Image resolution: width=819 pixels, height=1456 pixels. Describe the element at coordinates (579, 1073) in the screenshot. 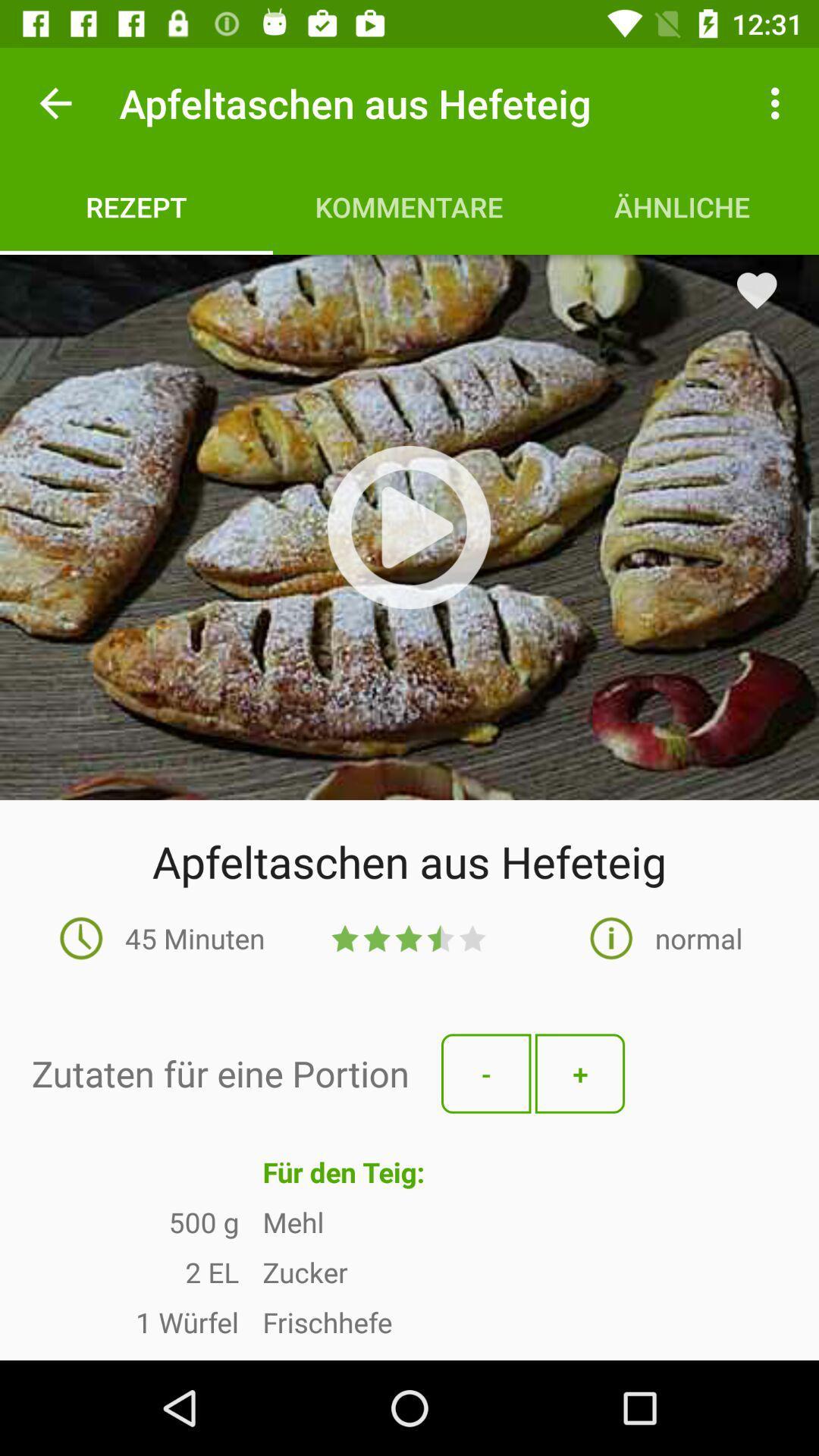

I see `the button with` at that location.